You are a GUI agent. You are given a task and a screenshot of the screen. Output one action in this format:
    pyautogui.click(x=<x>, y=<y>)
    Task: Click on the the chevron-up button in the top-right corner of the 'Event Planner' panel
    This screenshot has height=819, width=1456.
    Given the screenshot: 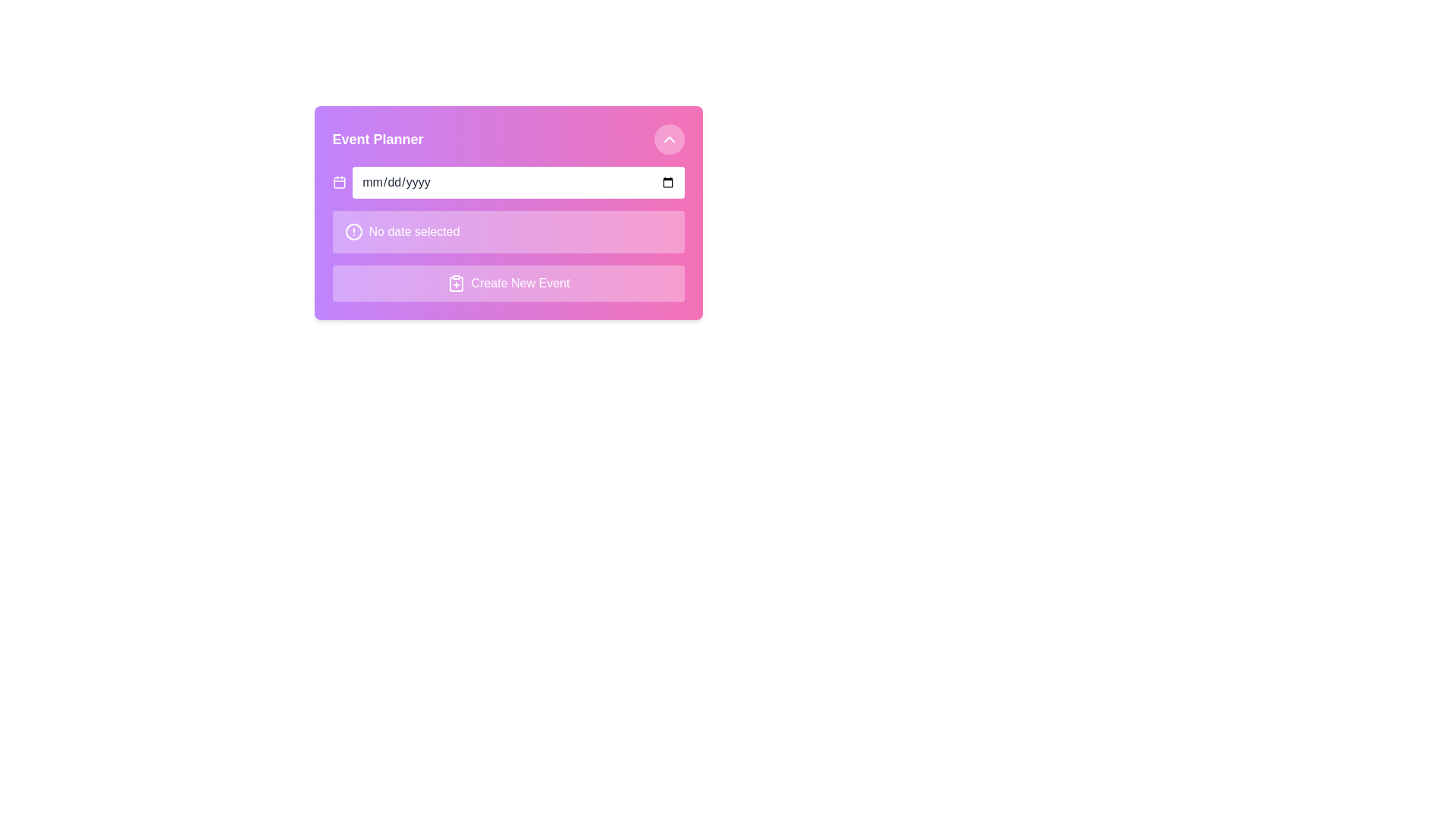 What is the action you would take?
    pyautogui.click(x=668, y=140)
    